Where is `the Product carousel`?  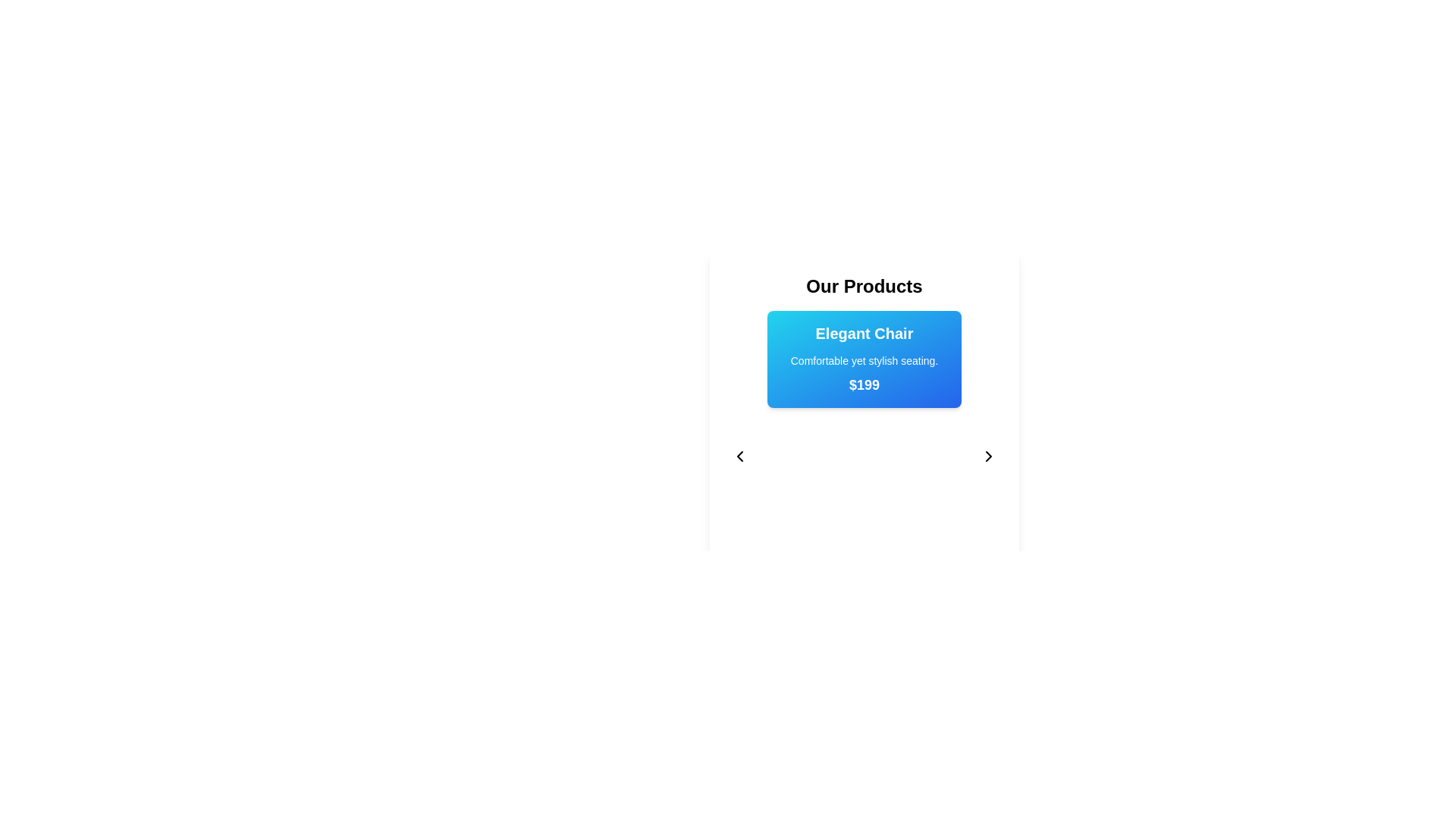 the Product carousel is located at coordinates (864, 438).